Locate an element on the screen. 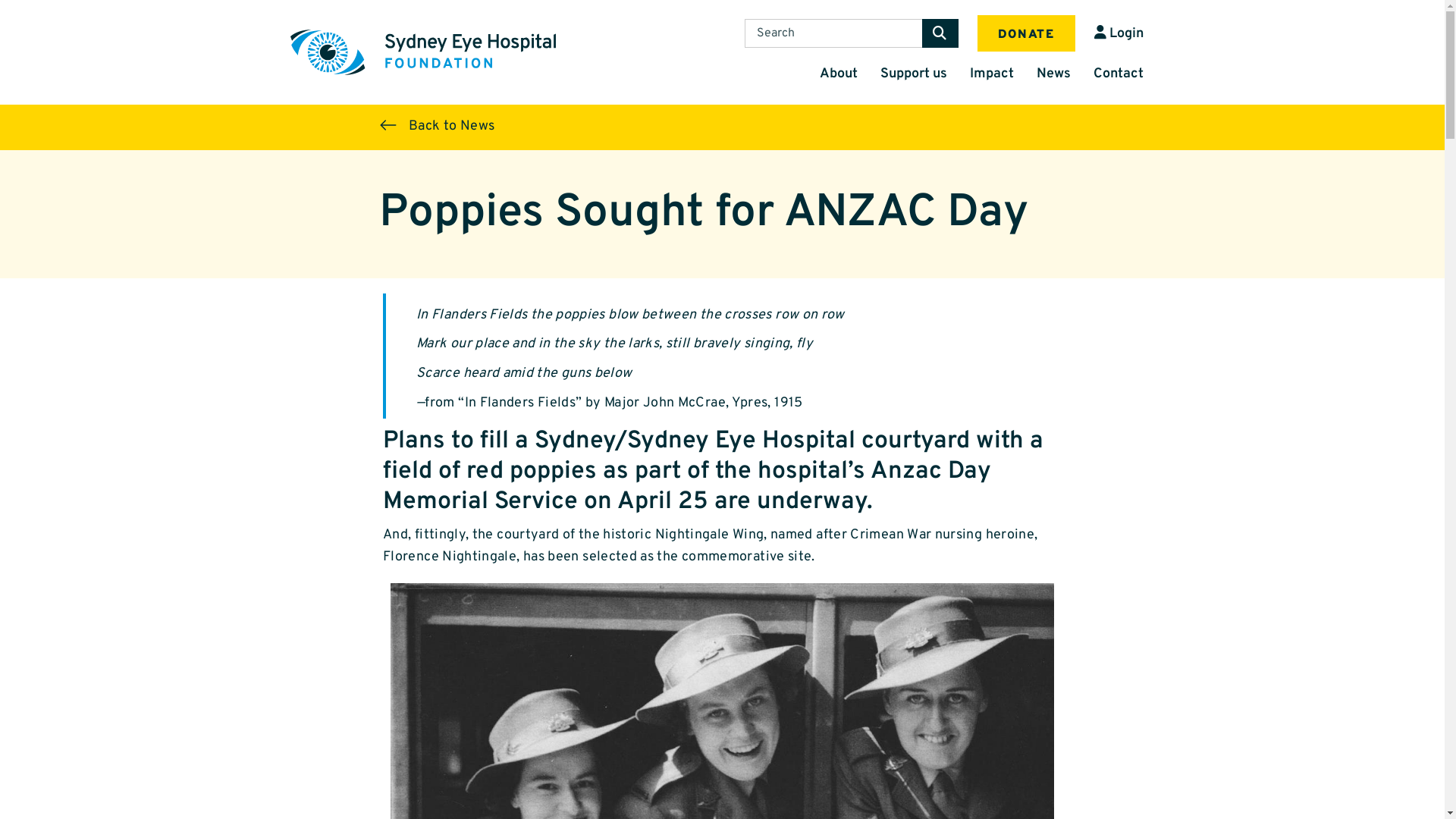 This screenshot has width=1456, height=819. 'Login' is located at coordinates (1116, 33).